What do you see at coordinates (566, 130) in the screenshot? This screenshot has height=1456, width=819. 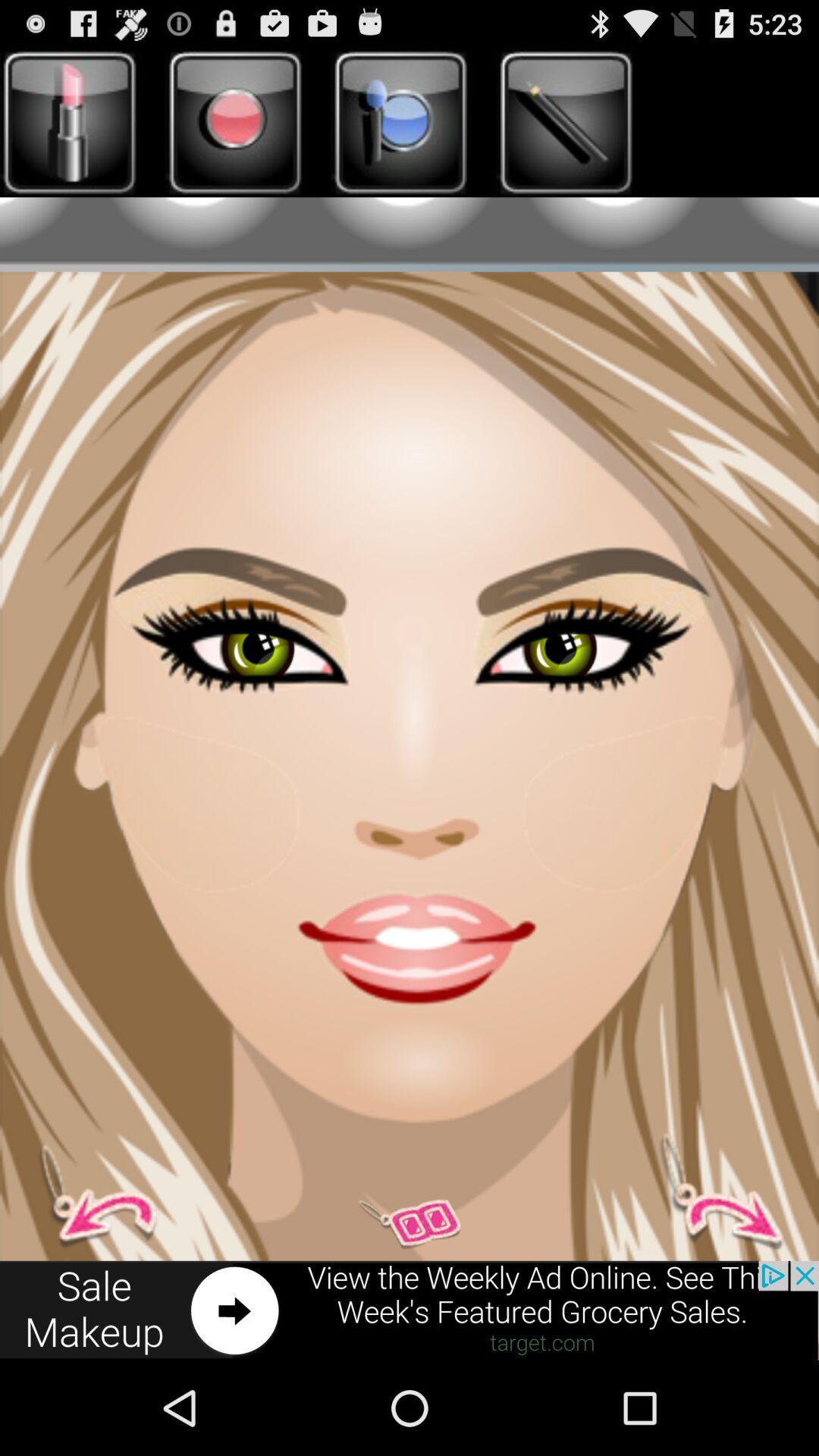 I see `the edit icon` at bounding box center [566, 130].